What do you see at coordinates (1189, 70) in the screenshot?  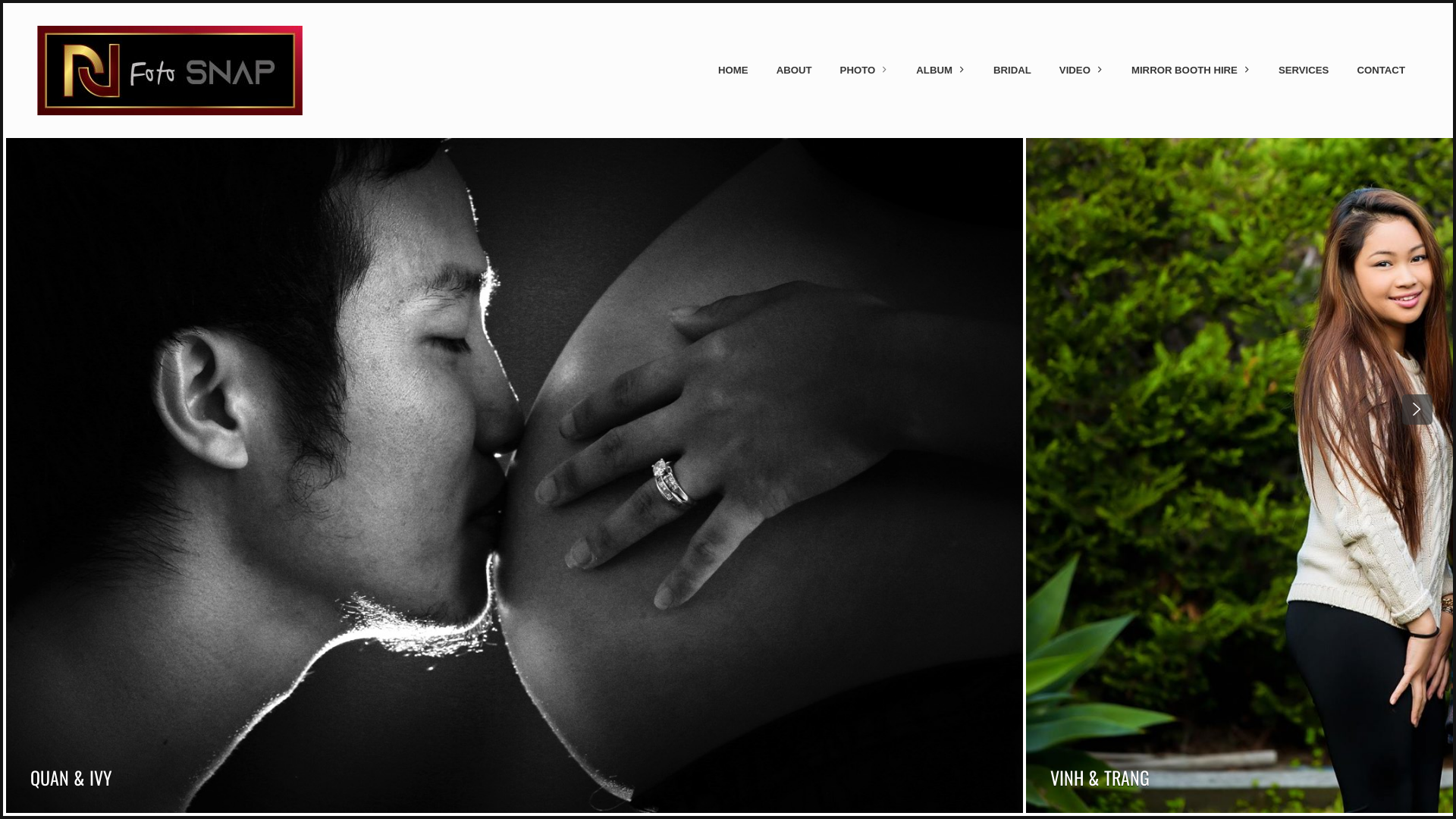 I see `'MIRROR BOOTH HIRE'` at bounding box center [1189, 70].